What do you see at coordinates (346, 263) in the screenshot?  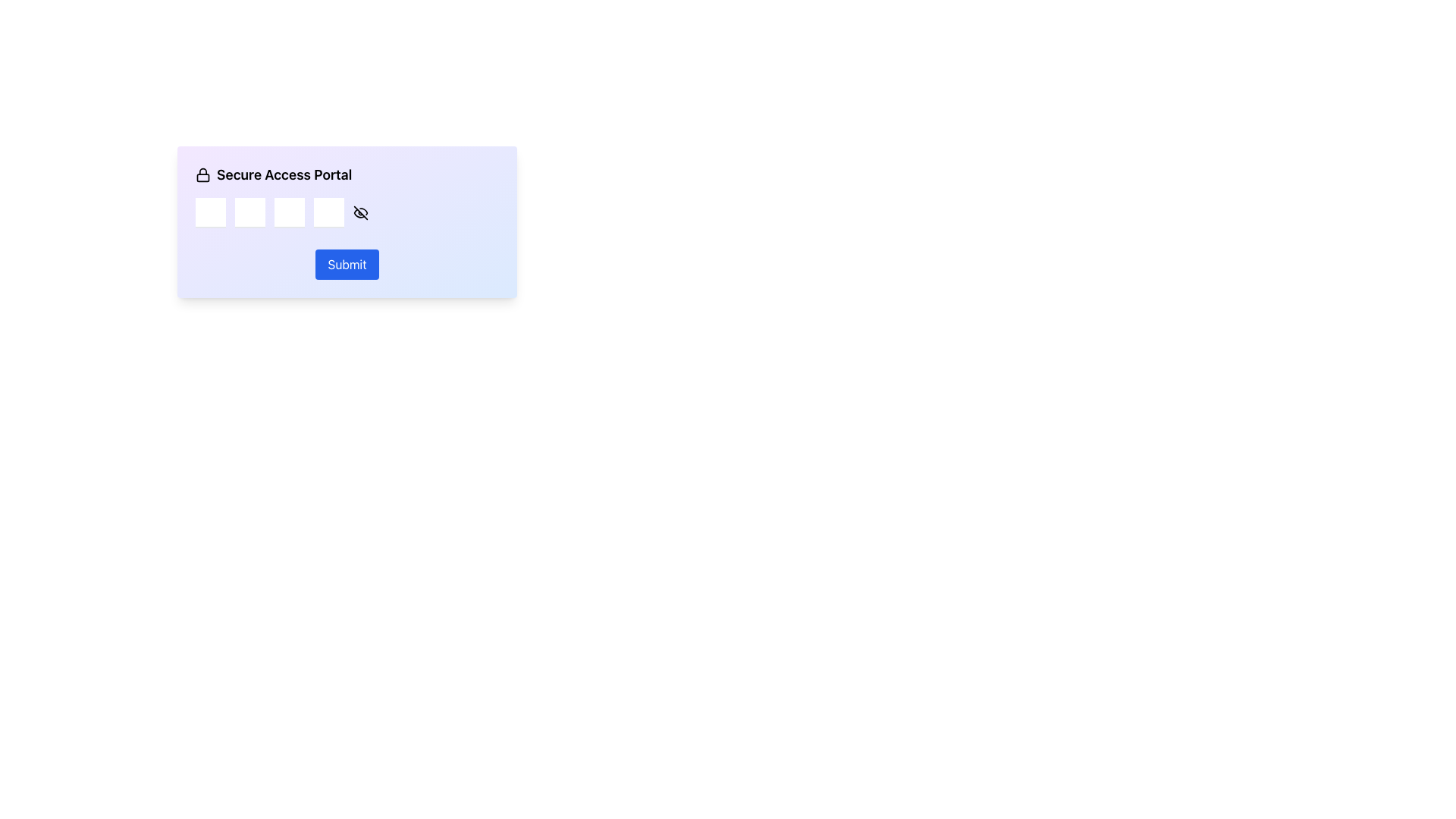 I see `the submission button located at the bottom right of the 'Secure Access Portal' card` at bounding box center [346, 263].